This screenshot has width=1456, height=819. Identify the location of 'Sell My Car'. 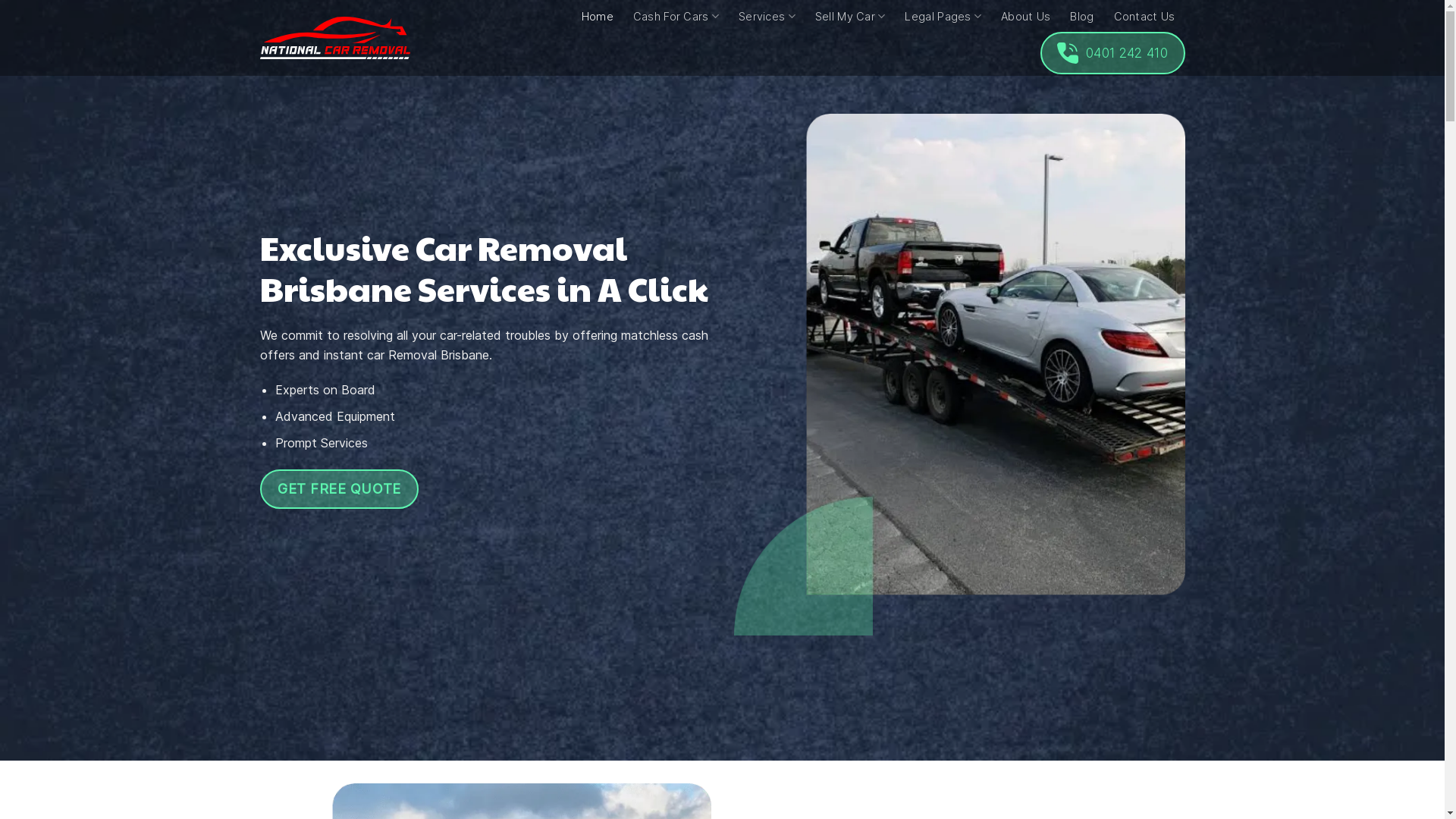
(850, 16).